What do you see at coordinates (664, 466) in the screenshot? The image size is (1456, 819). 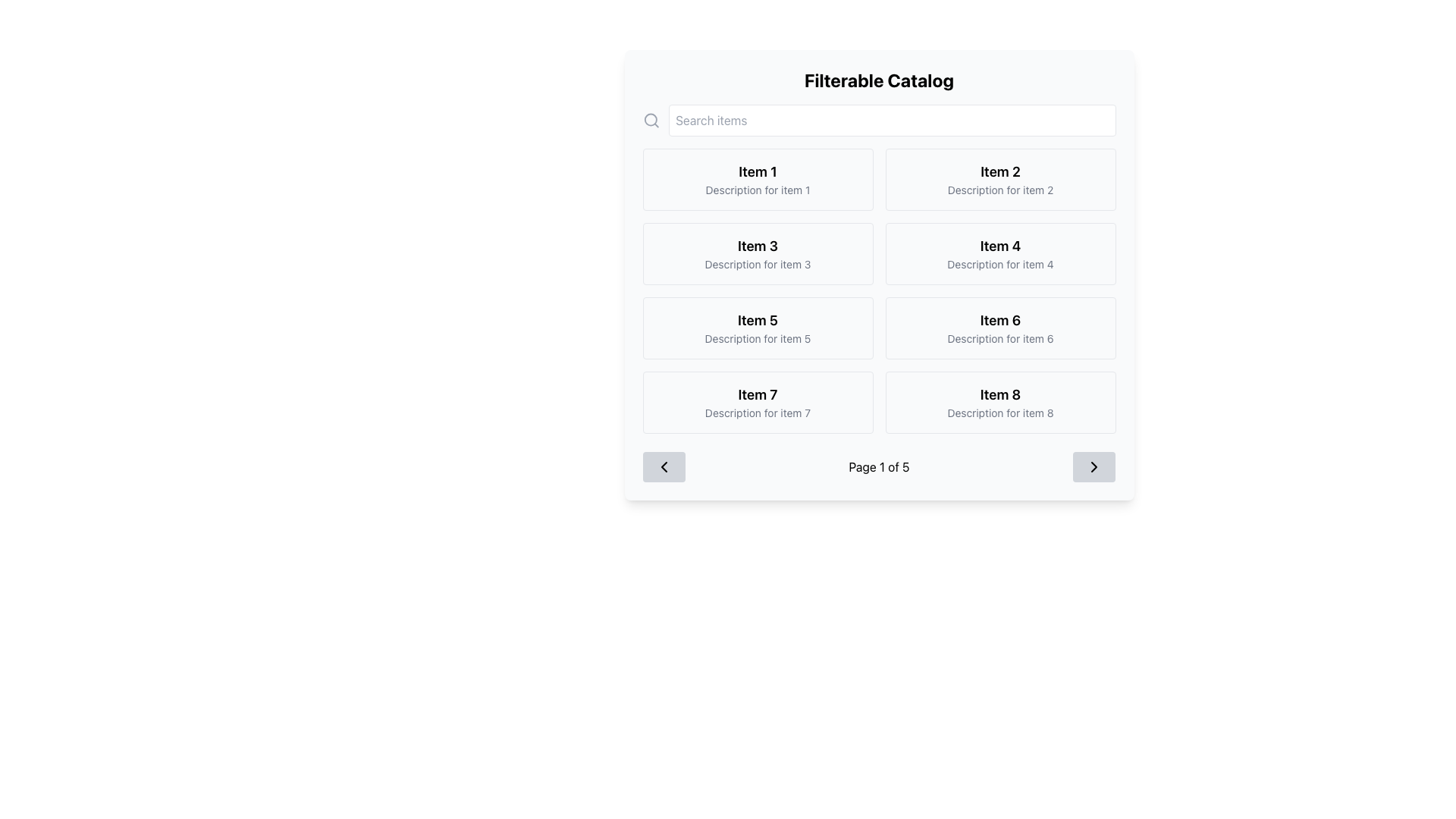 I see `the left navigation icon located inside a gray rounded rectangular button at the bottom-left corner of the layout` at bounding box center [664, 466].